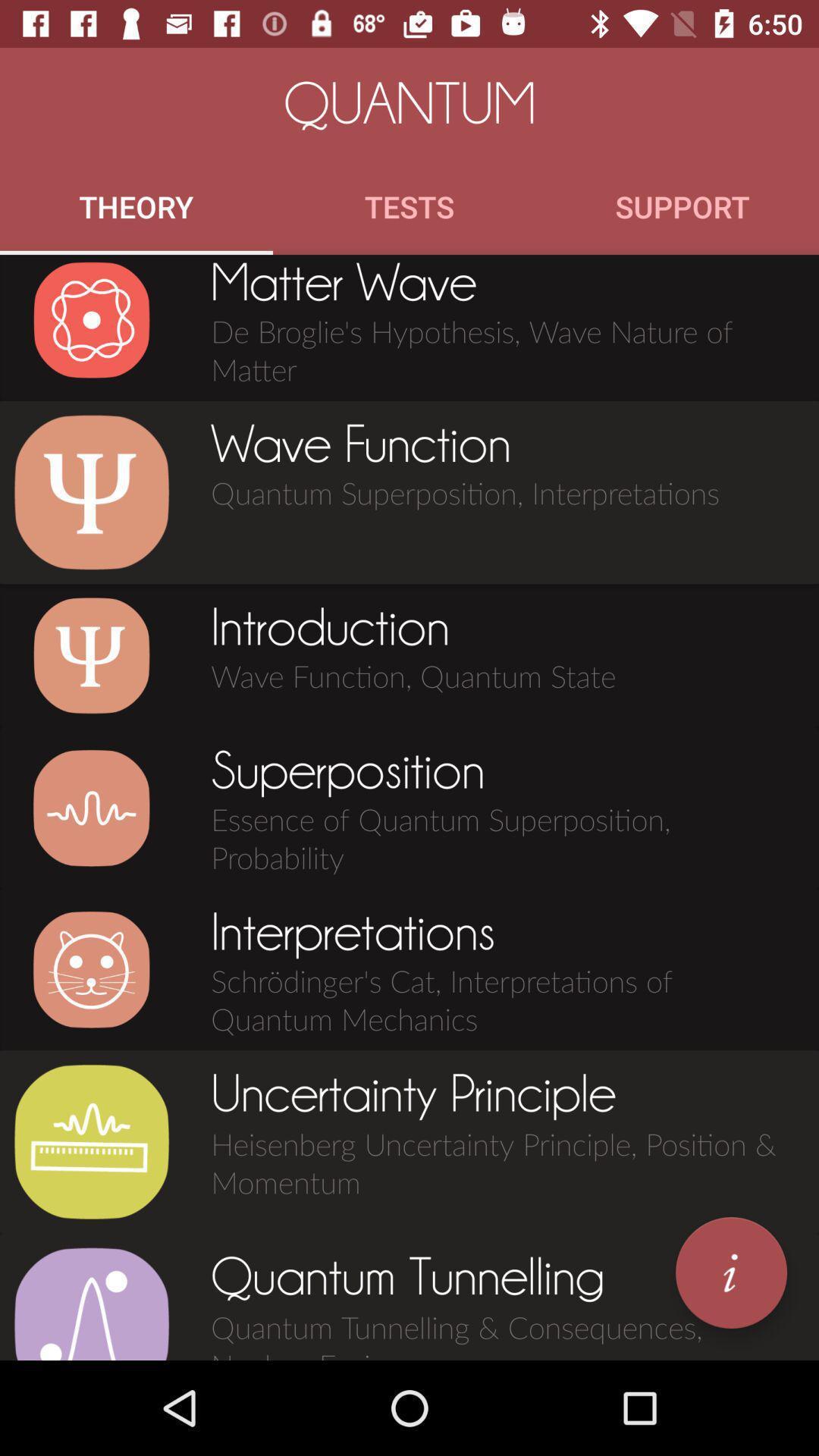 The height and width of the screenshot is (1456, 819). What do you see at coordinates (730, 1272) in the screenshot?
I see `icon next to the quantum tunnelling icon` at bounding box center [730, 1272].